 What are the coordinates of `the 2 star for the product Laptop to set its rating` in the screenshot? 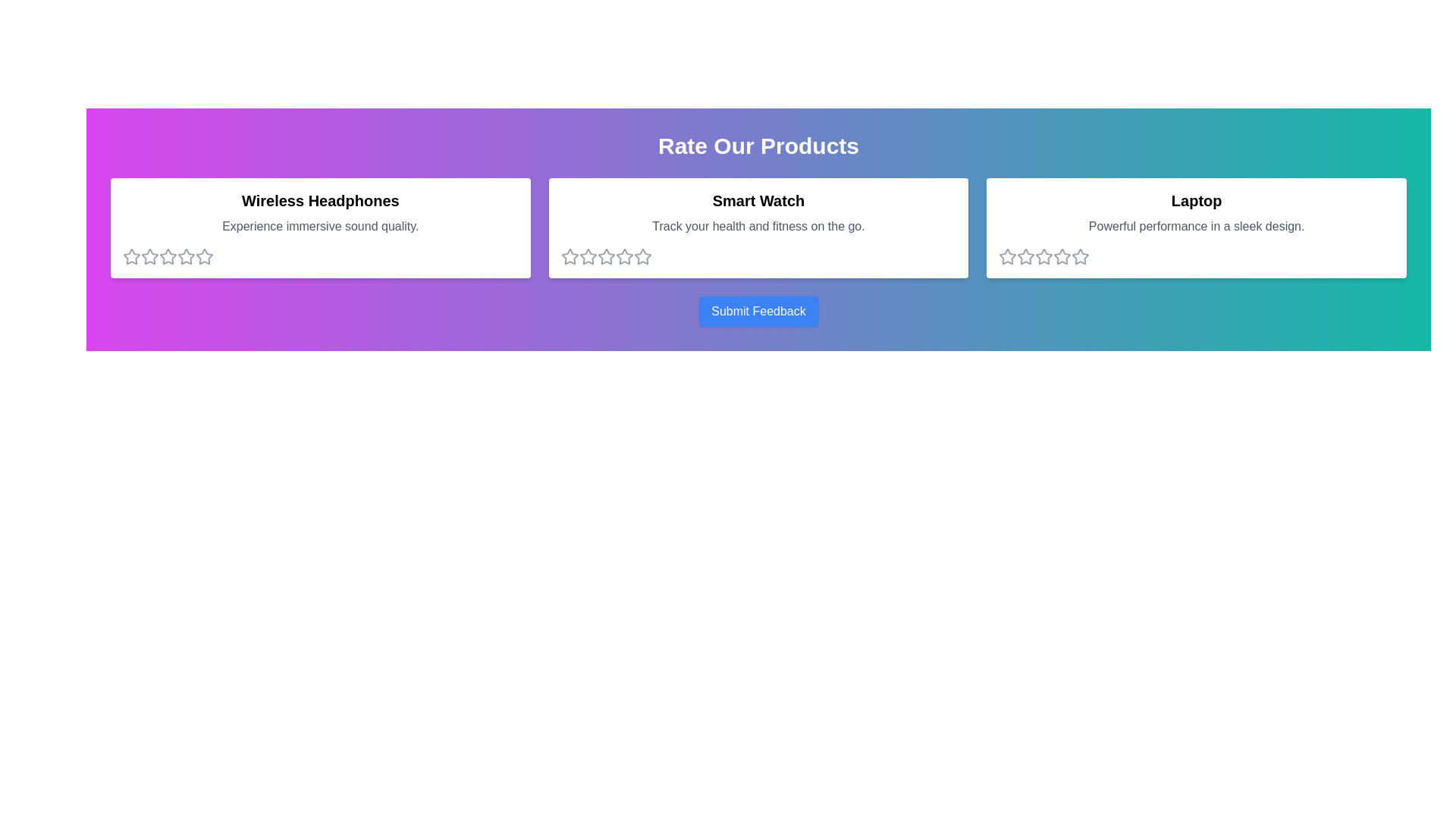 It's located at (1026, 256).